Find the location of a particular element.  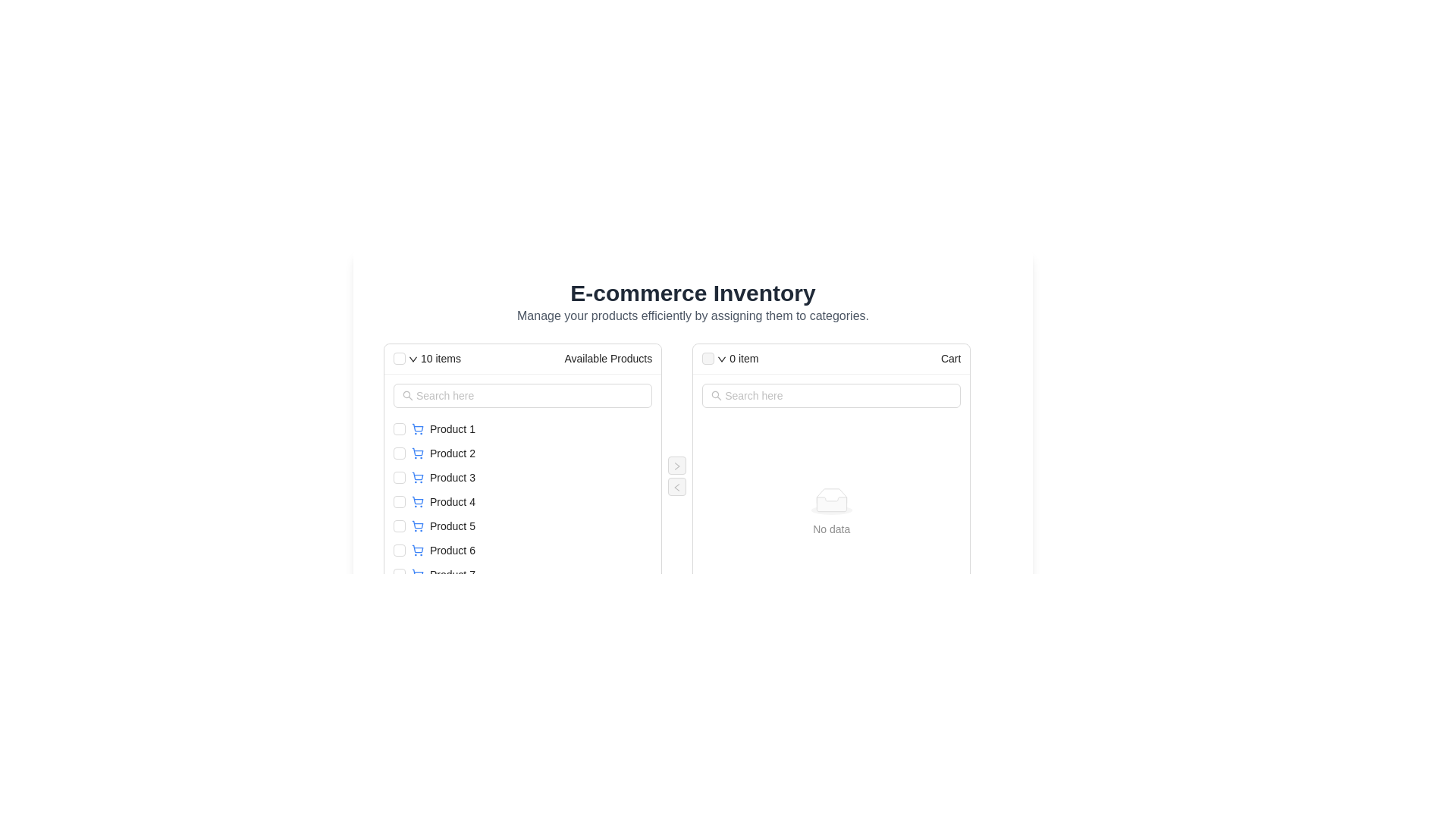

the rightwards arrow icon to move a selected item from the 'Available Products' section to the 'Cart' section is located at coordinates (676, 465).